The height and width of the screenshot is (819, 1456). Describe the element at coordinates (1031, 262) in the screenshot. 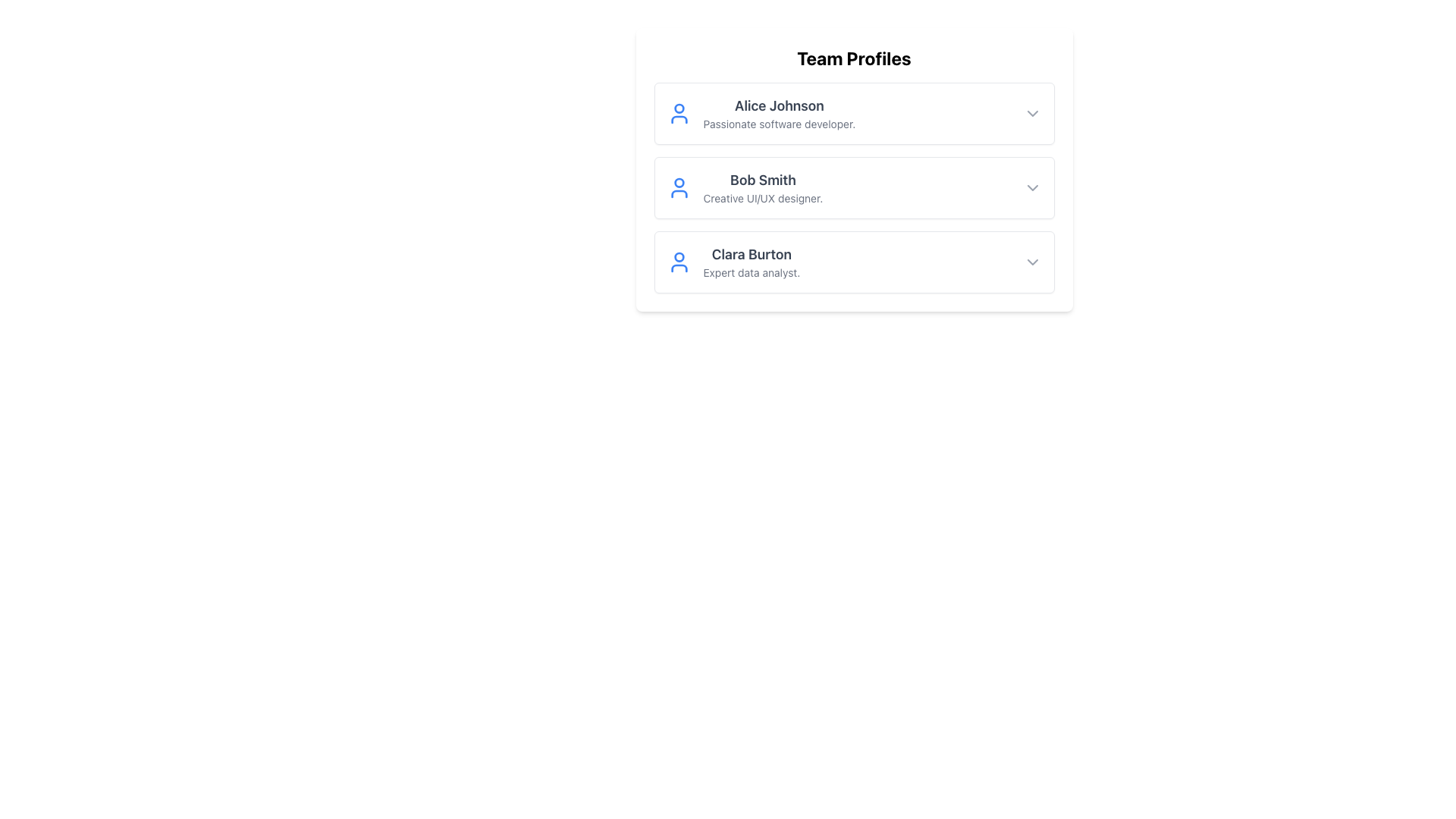

I see `the toggle icon button at the far-right end of the third row` at that location.